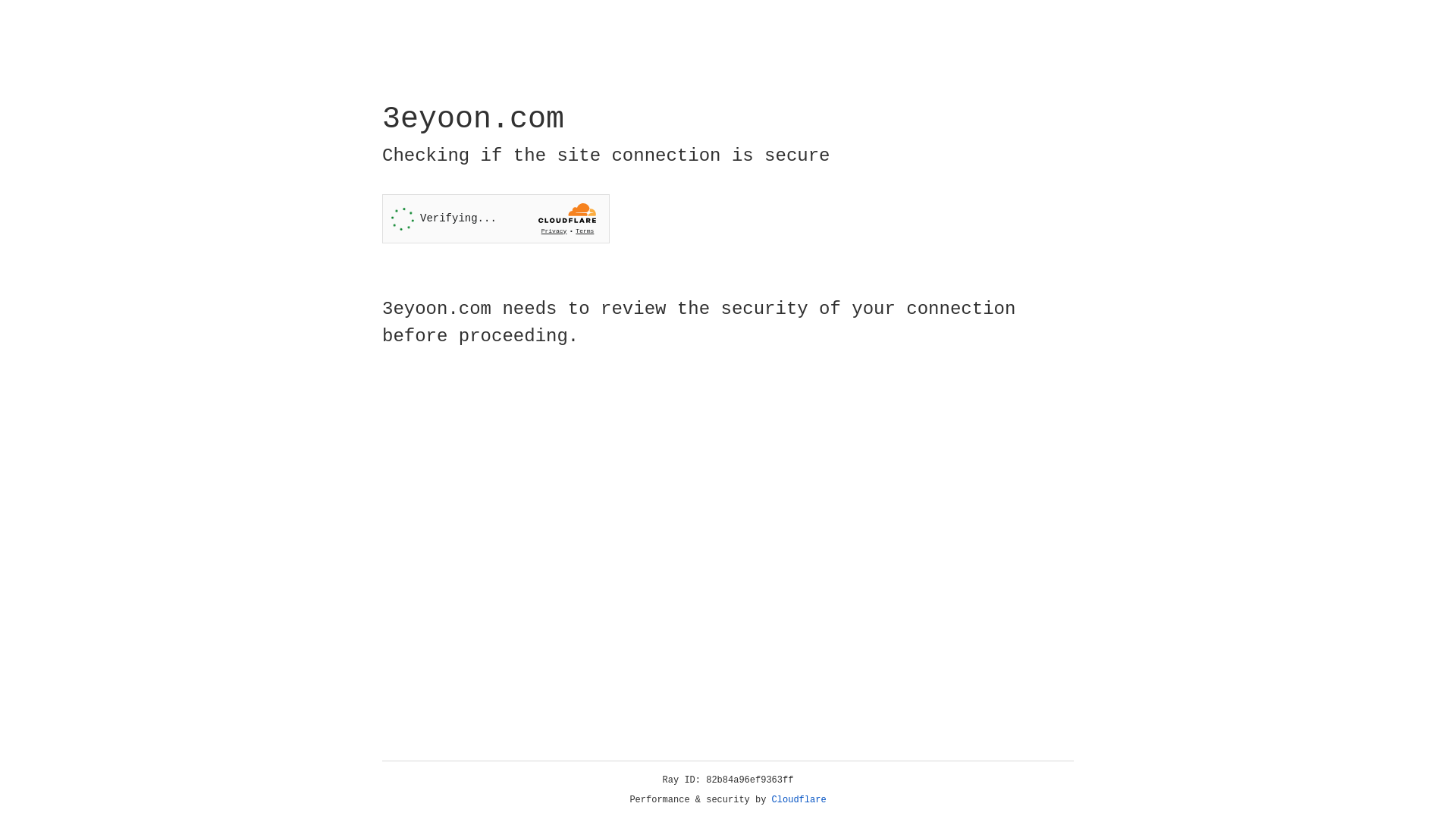  What do you see at coordinates (799, 799) in the screenshot?
I see `'Cloudflare'` at bounding box center [799, 799].